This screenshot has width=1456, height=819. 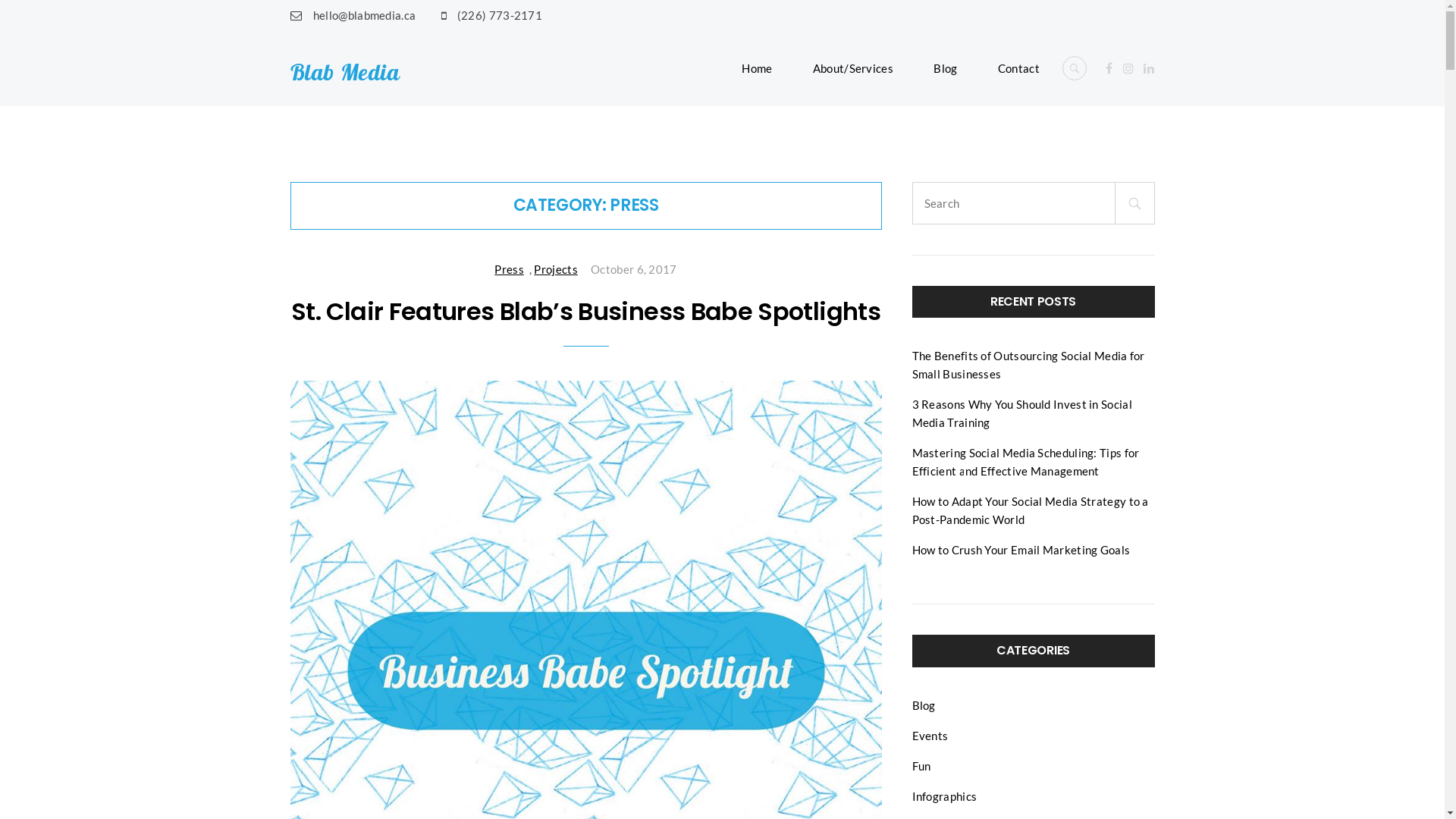 What do you see at coordinates (792, 67) in the screenshot?
I see `'About/Services'` at bounding box center [792, 67].